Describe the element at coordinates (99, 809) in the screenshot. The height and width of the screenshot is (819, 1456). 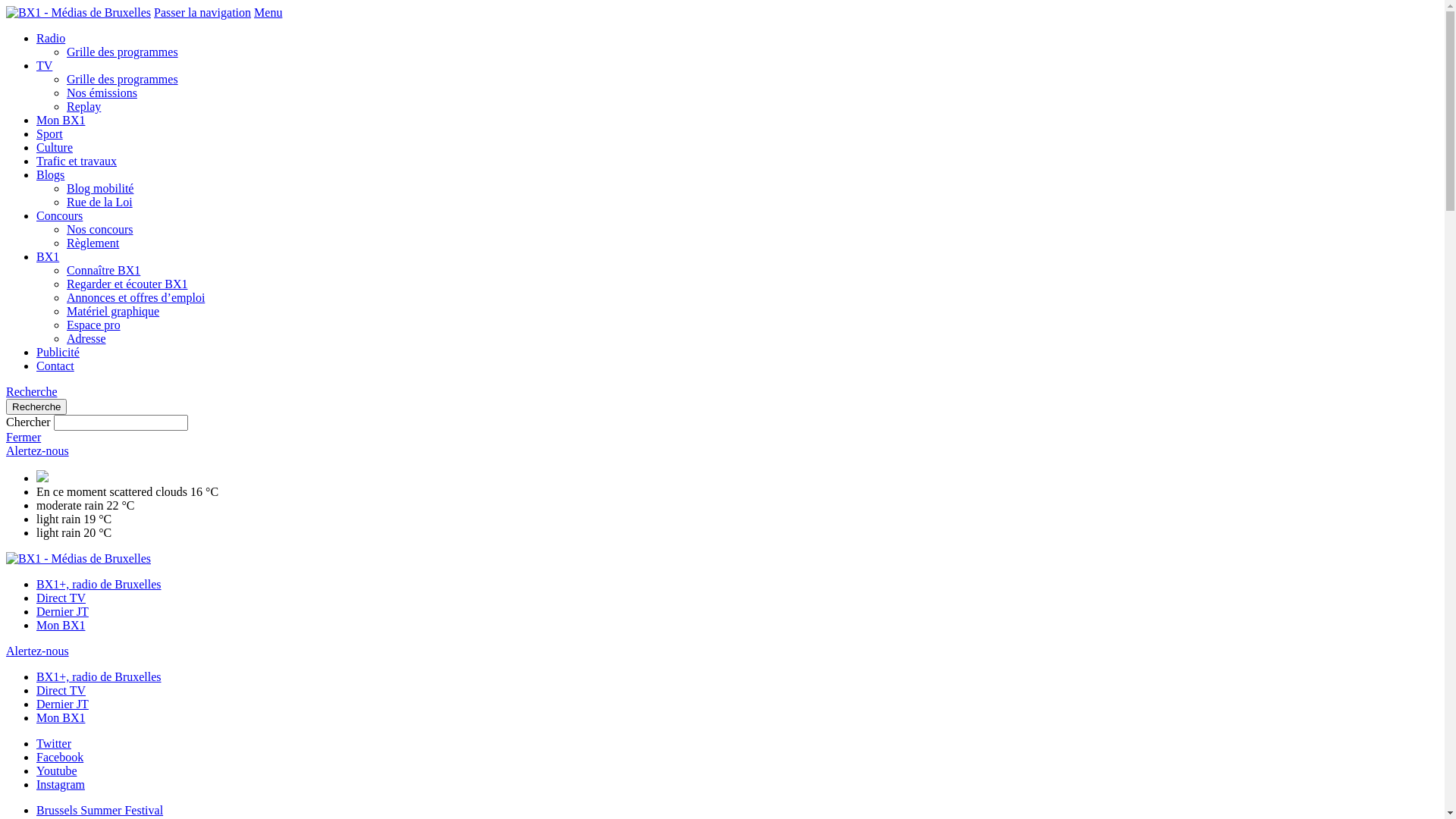
I see `'Brussels Summer Festival'` at that location.